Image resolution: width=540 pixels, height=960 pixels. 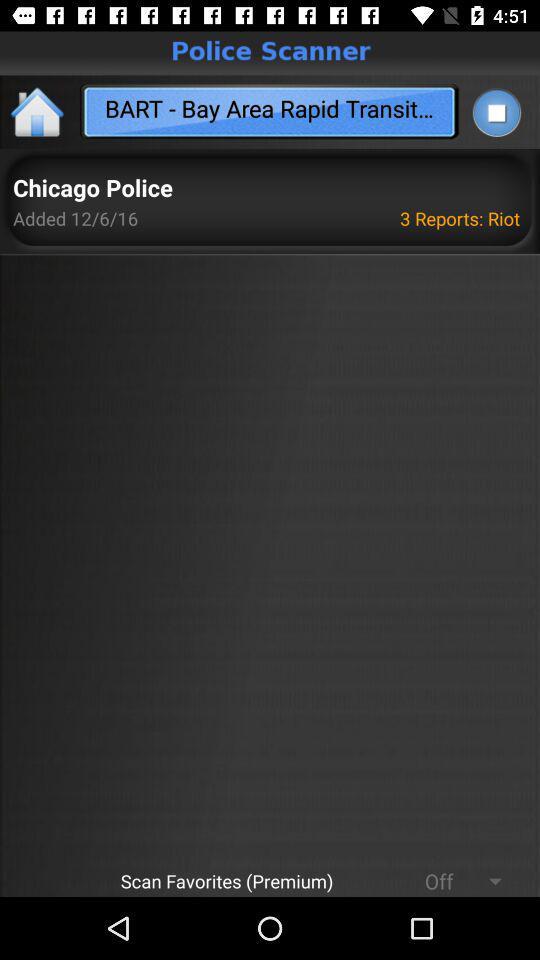 I want to click on the home icon, so click(x=38, y=111).